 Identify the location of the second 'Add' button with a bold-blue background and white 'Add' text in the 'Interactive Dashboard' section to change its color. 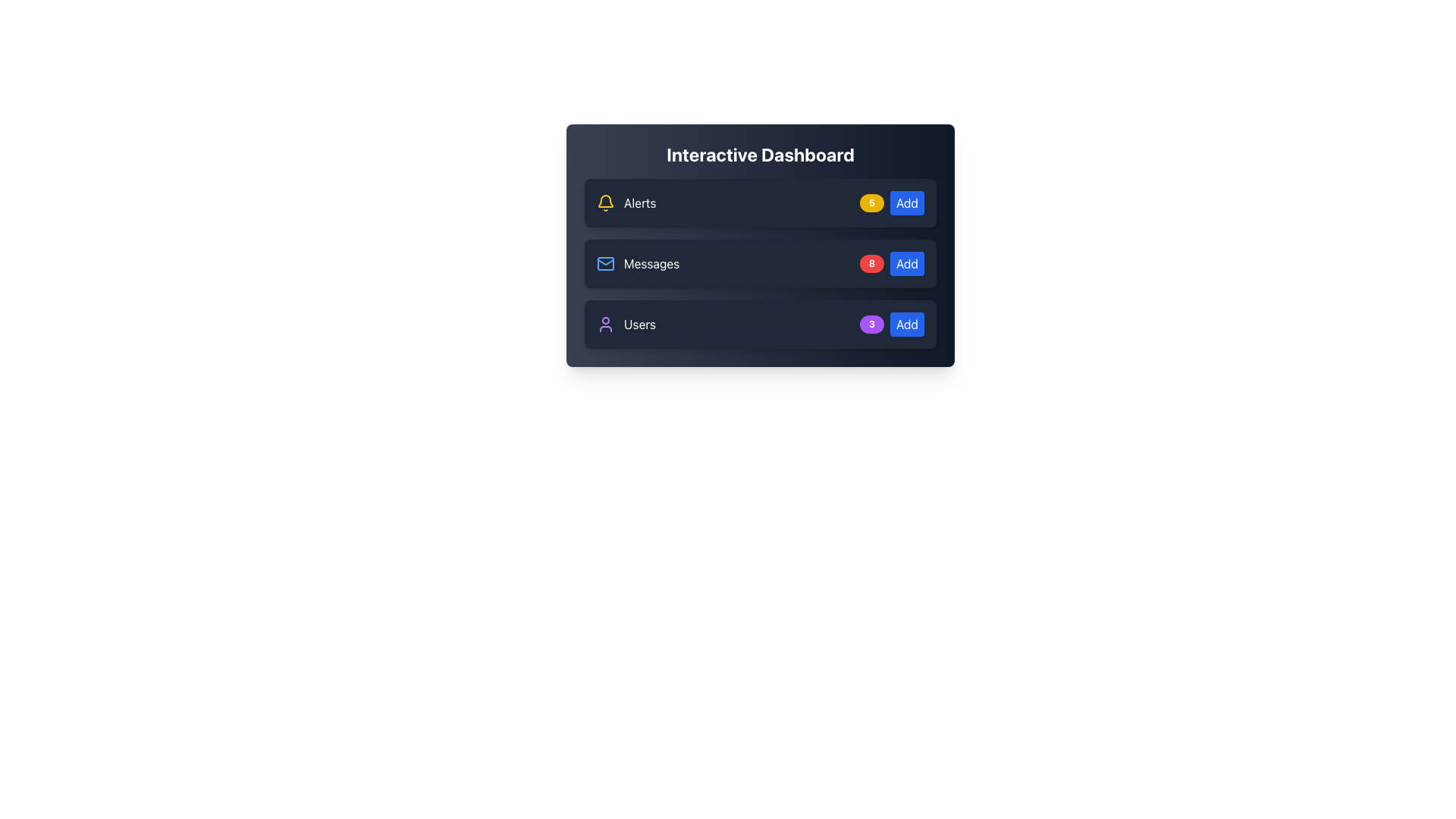
(907, 262).